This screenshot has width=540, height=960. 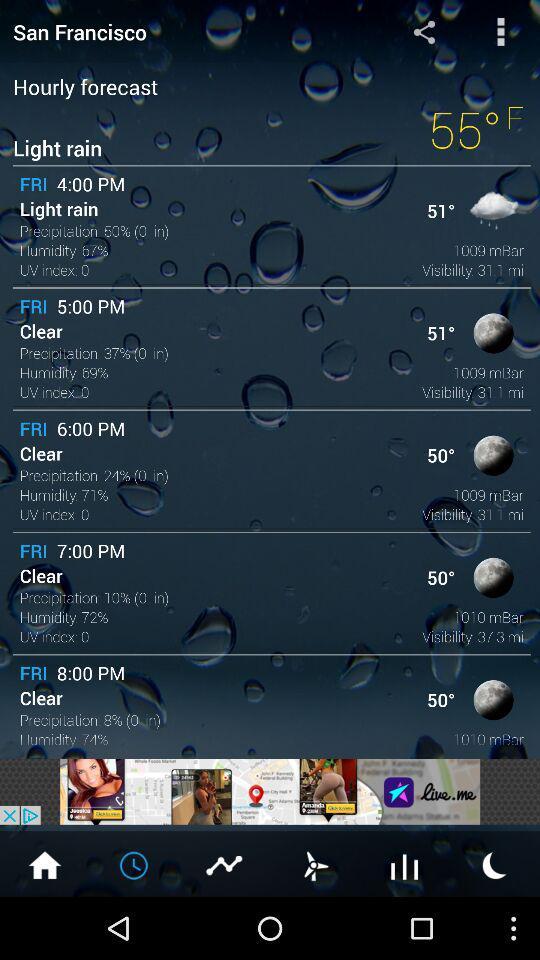 What do you see at coordinates (423, 30) in the screenshot?
I see `the item above hourly forecast` at bounding box center [423, 30].